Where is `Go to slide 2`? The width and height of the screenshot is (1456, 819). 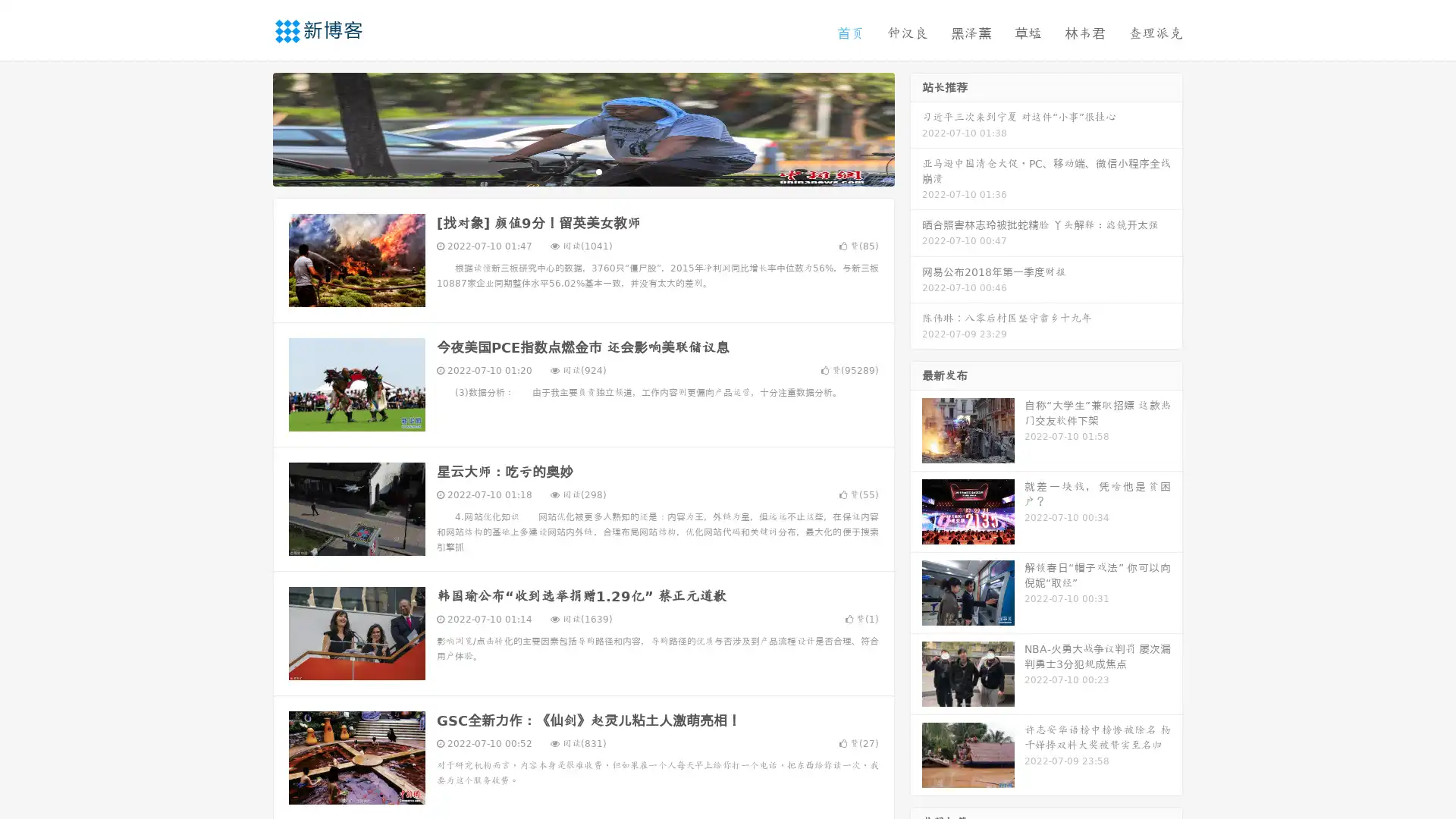 Go to slide 2 is located at coordinates (582, 171).